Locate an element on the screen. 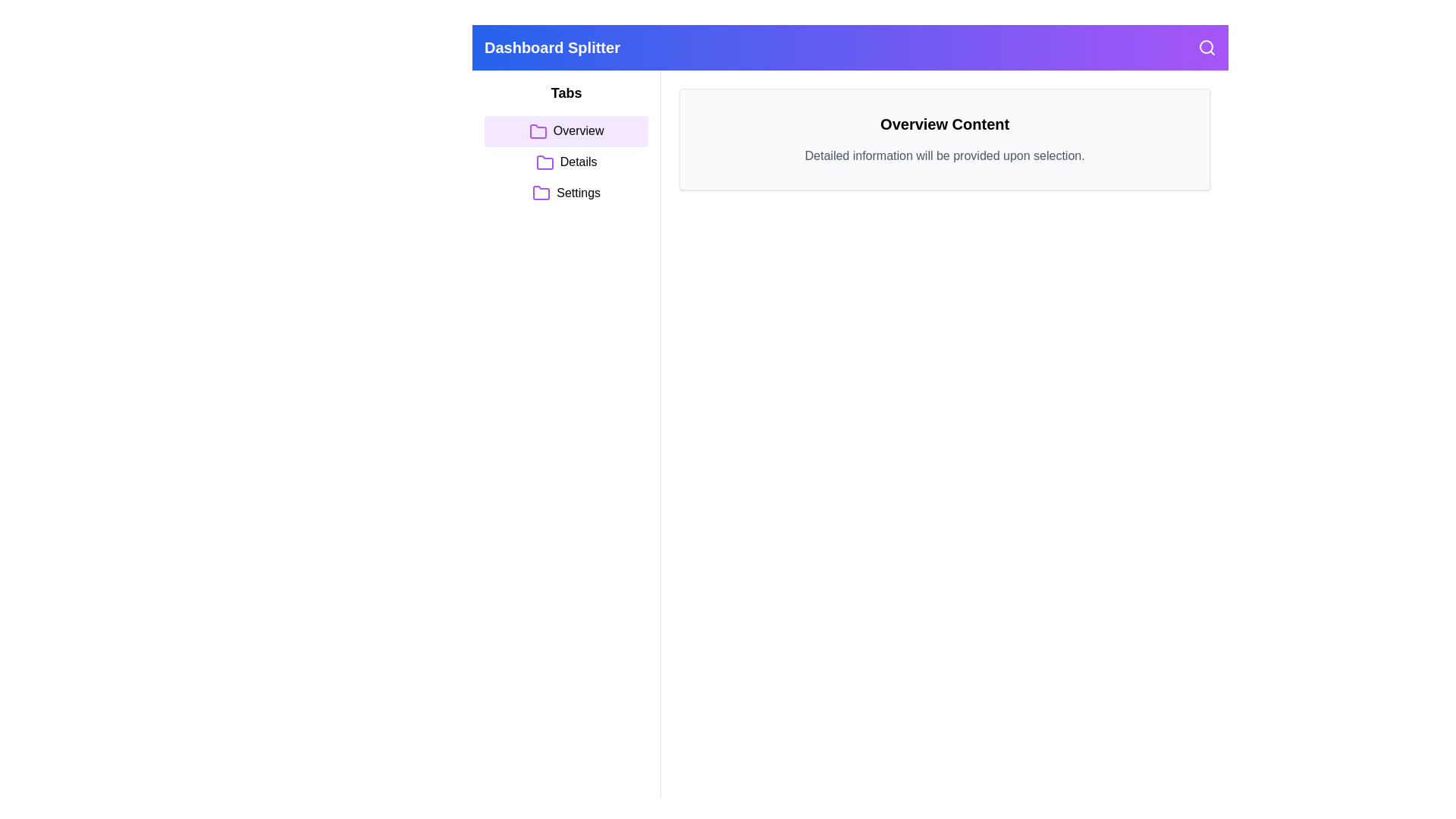 This screenshot has width=1456, height=819. the purple folder icon in the sidebar menu labeled 'Settings' is located at coordinates (541, 193).